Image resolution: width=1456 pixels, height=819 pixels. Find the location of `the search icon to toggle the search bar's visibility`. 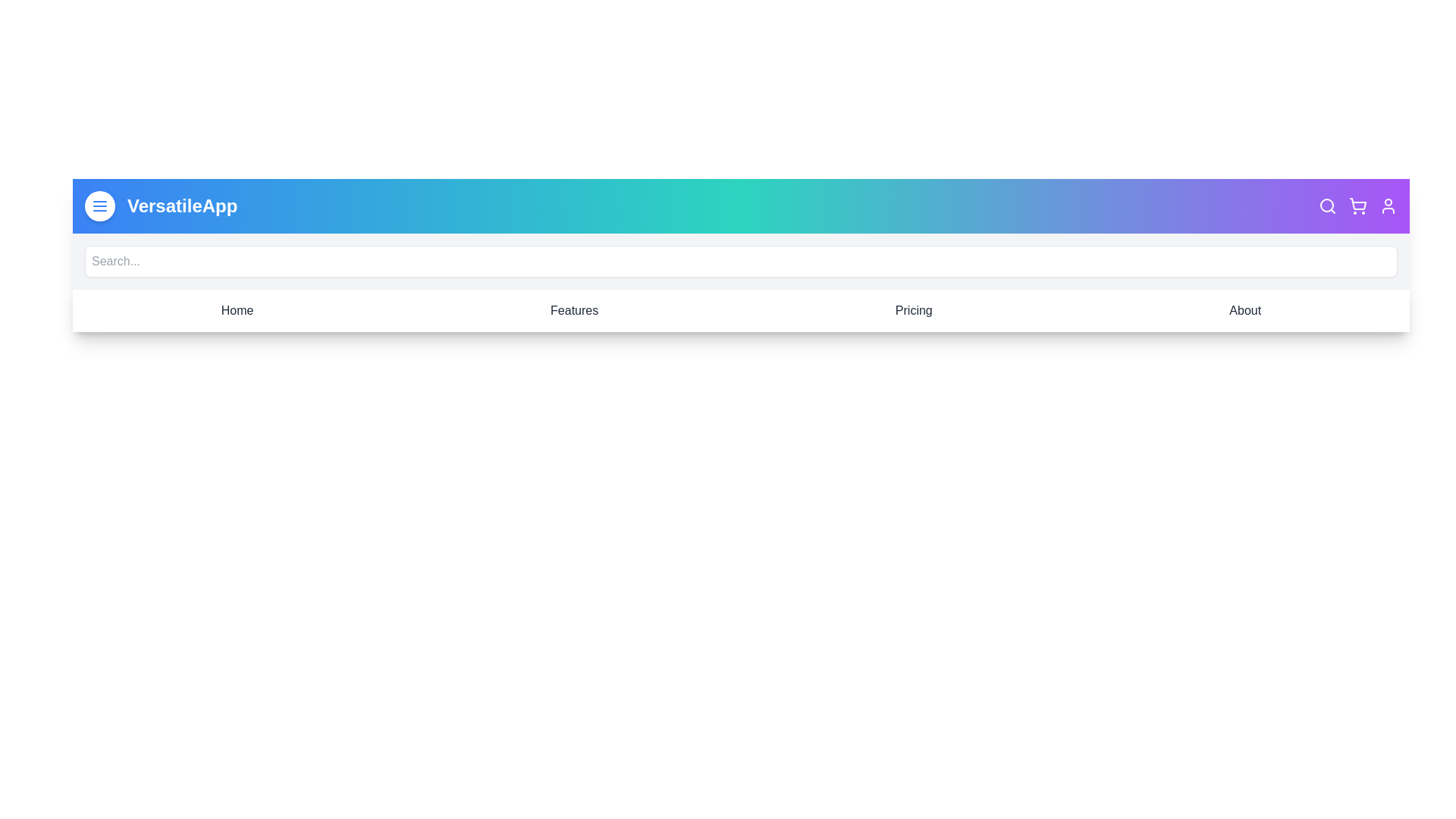

the search icon to toggle the search bar's visibility is located at coordinates (1327, 206).